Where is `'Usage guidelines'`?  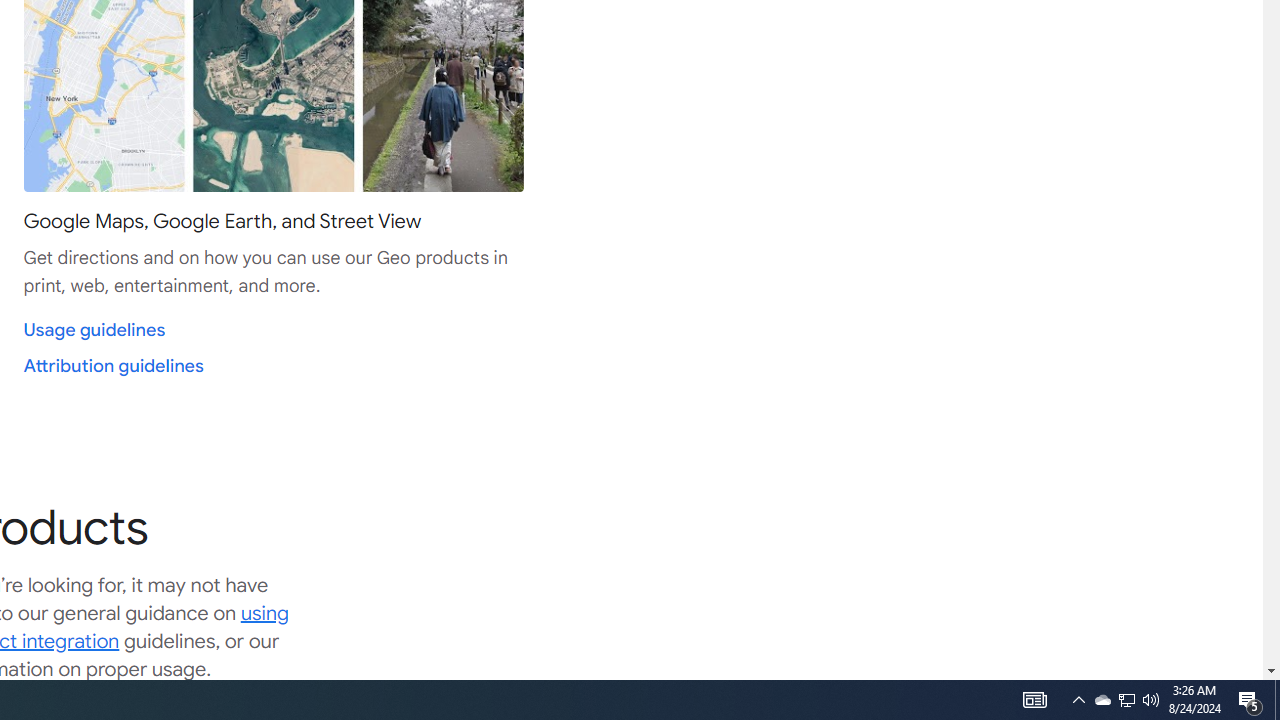
'Usage guidelines' is located at coordinates (93, 329).